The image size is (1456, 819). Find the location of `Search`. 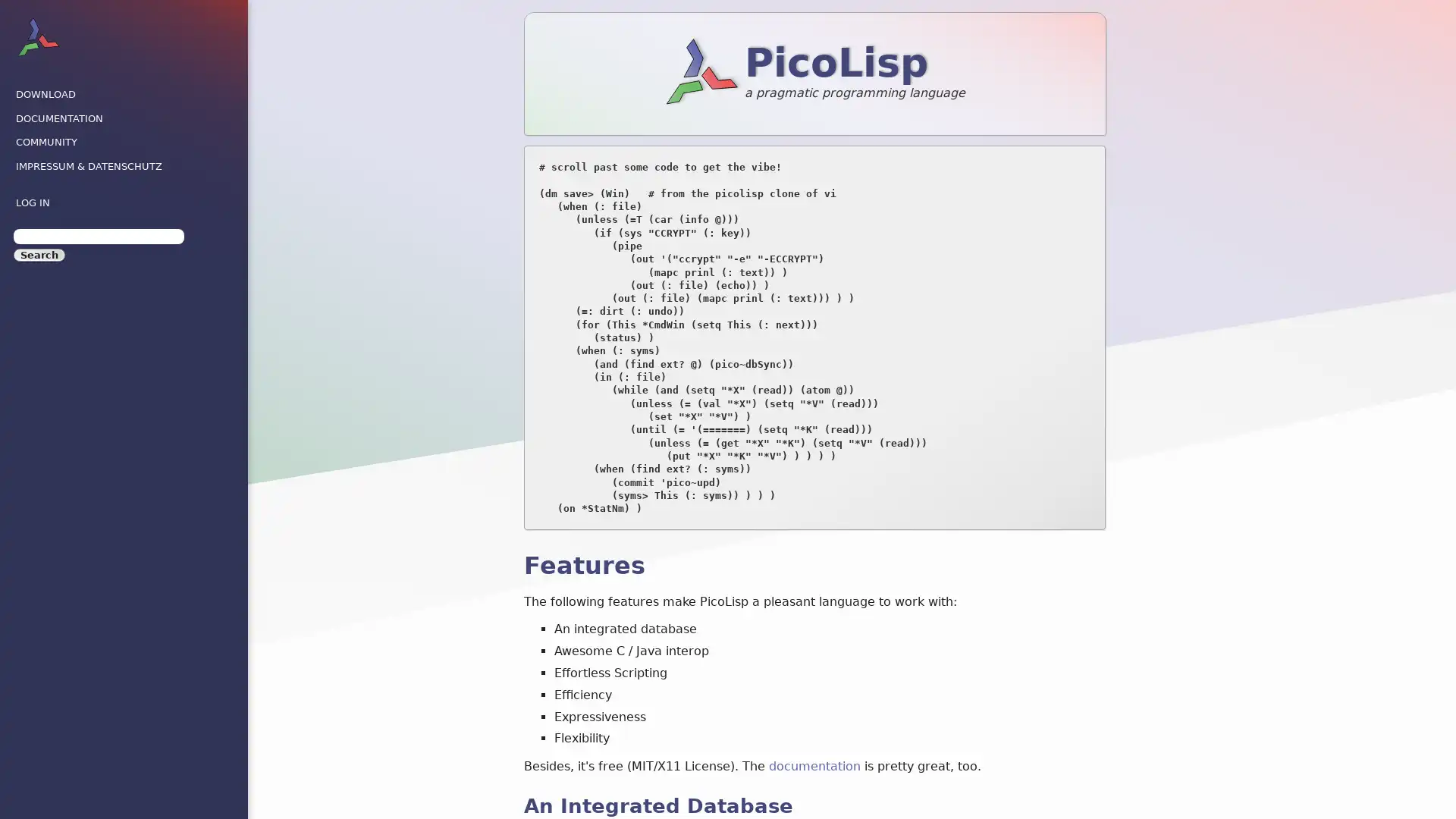

Search is located at coordinates (39, 253).